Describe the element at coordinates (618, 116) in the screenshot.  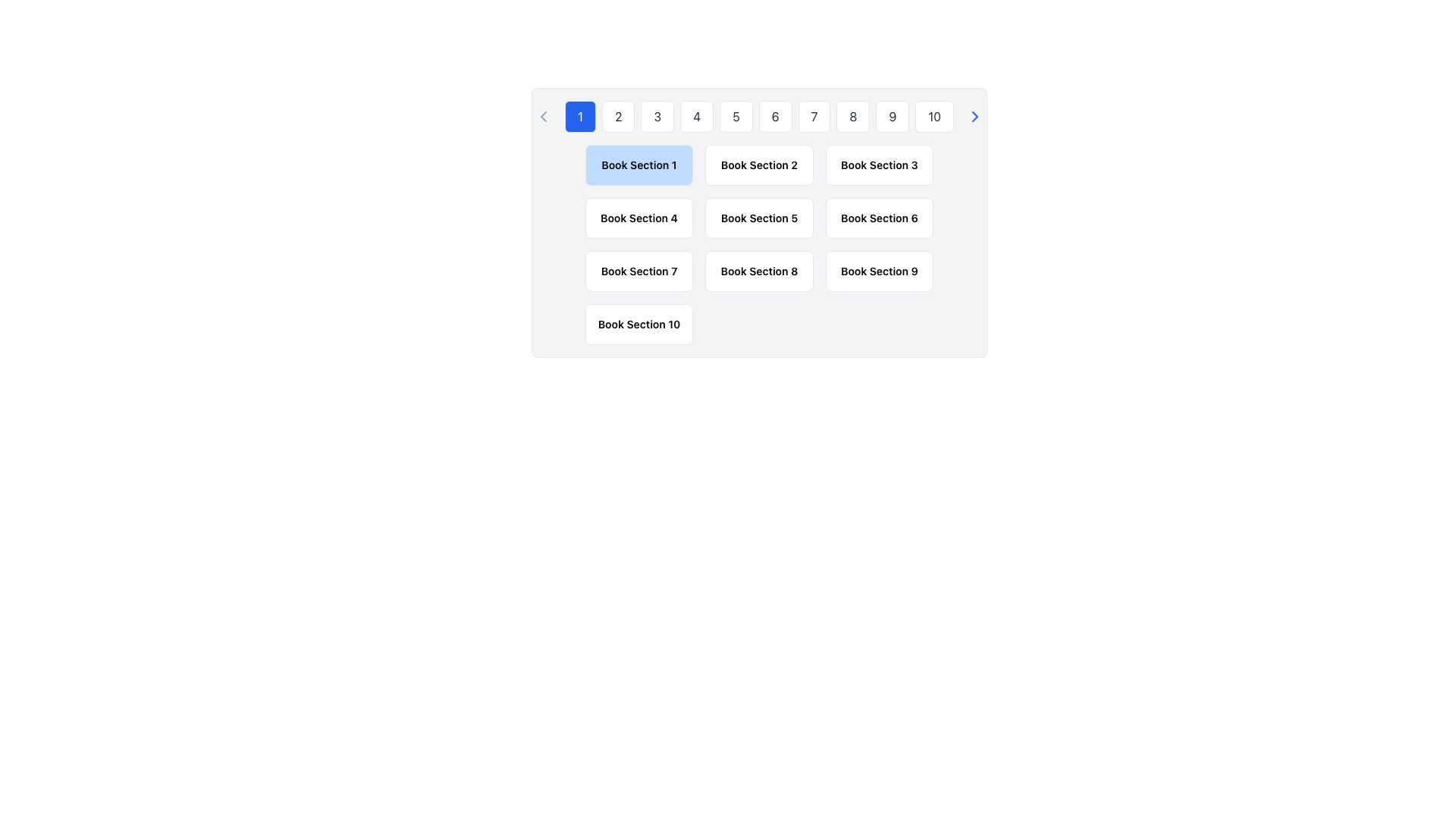
I see `the rounded rectangular button labeled '2' with a white background and gray border, located in a horizontal list of buttons above content panels` at that location.